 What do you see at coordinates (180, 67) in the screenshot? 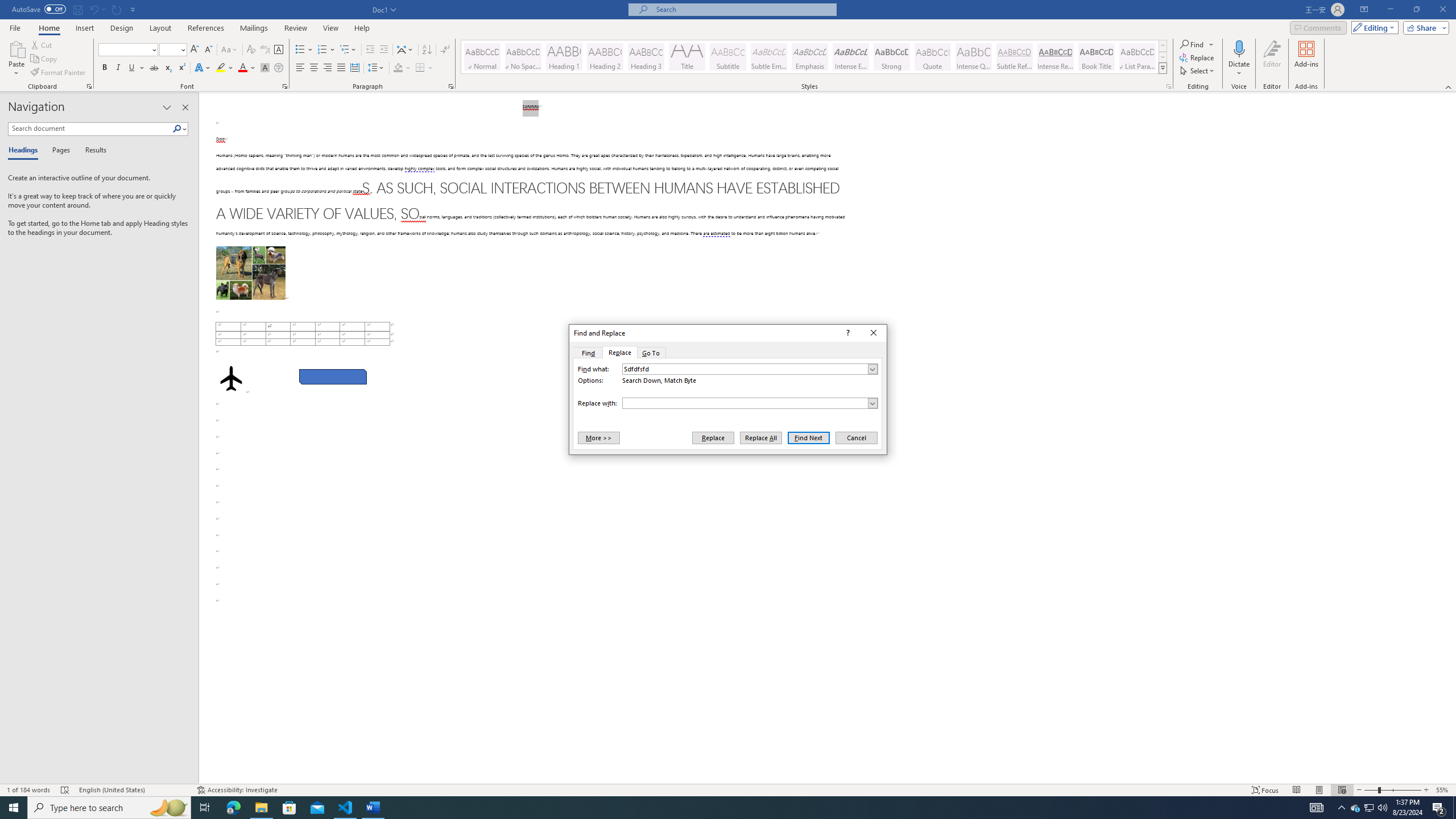
I see `'Superscript'` at bounding box center [180, 67].